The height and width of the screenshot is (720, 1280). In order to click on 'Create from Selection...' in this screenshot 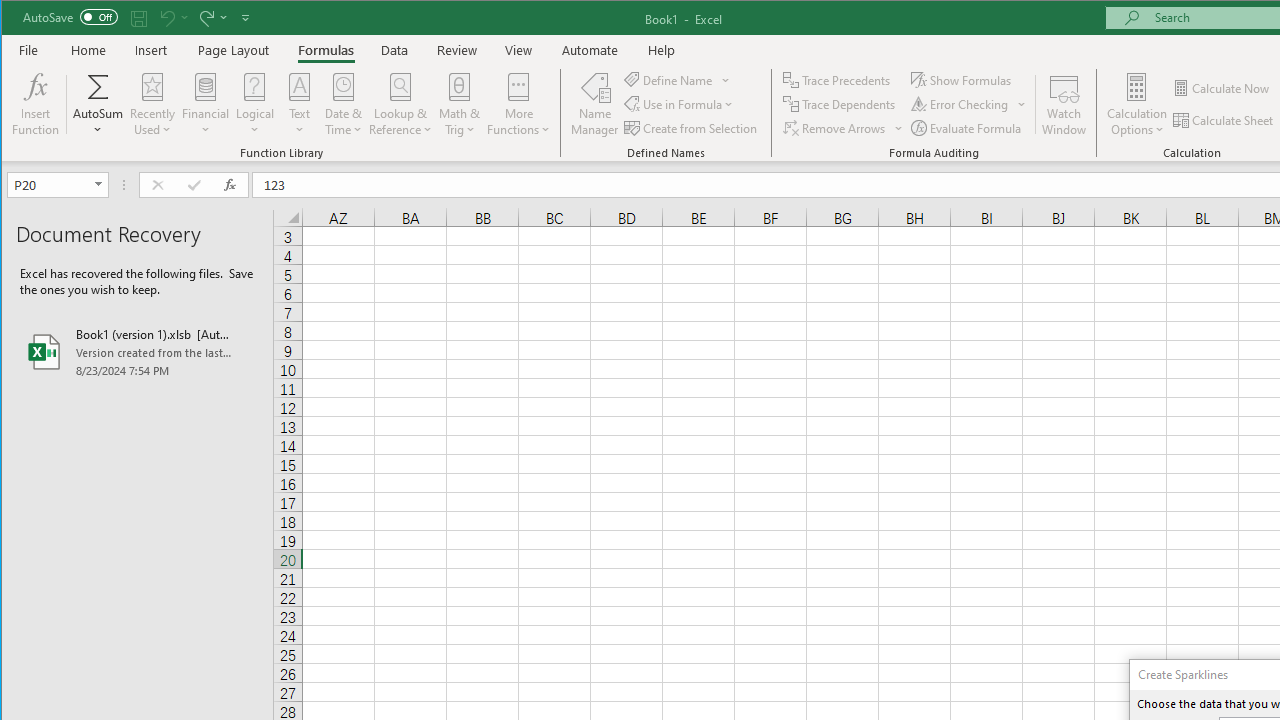, I will do `click(692, 128)`.